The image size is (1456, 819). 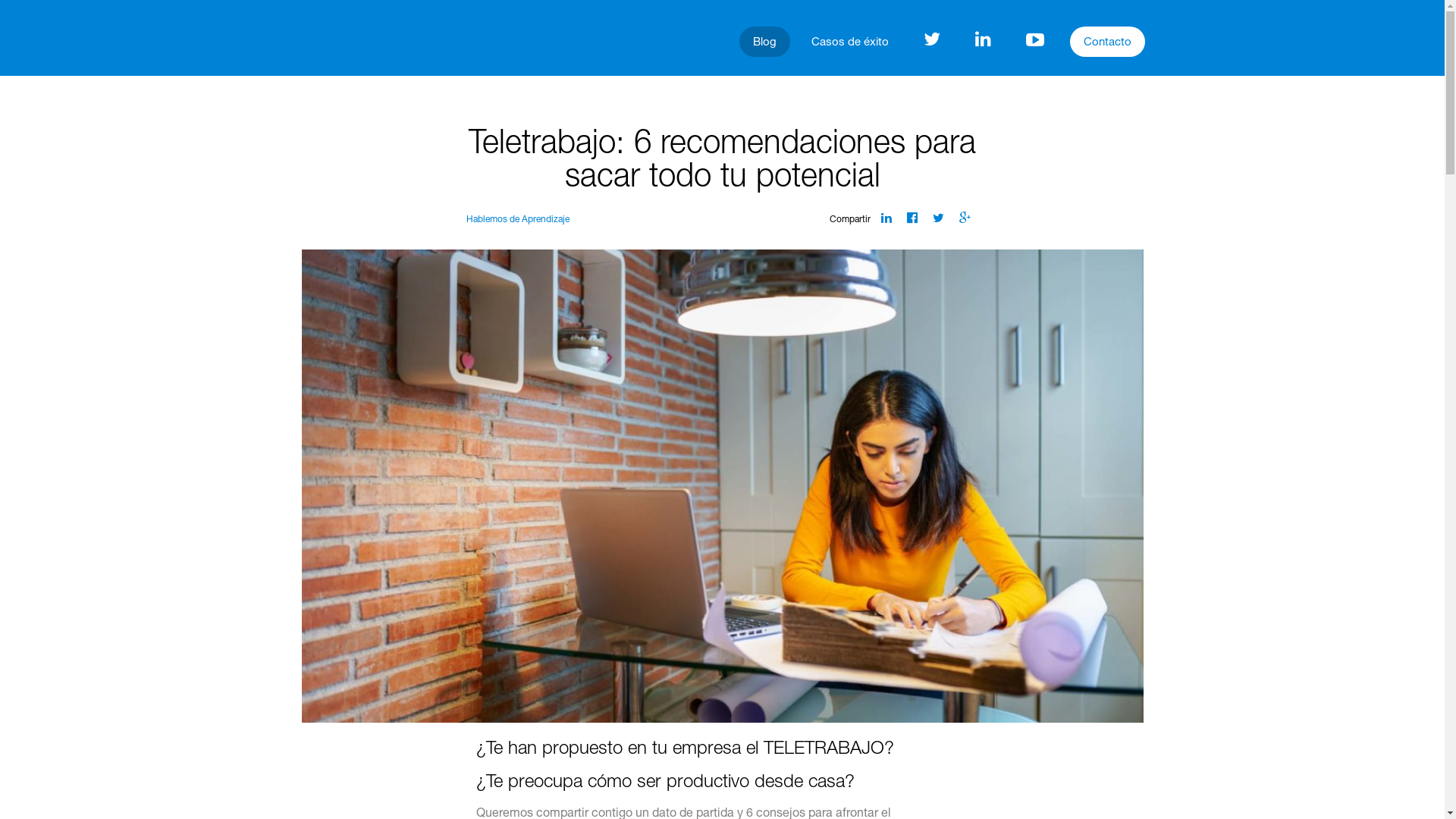 What do you see at coordinates (764, 40) in the screenshot?
I see `'Blog'` at bounding box center [764, 40].